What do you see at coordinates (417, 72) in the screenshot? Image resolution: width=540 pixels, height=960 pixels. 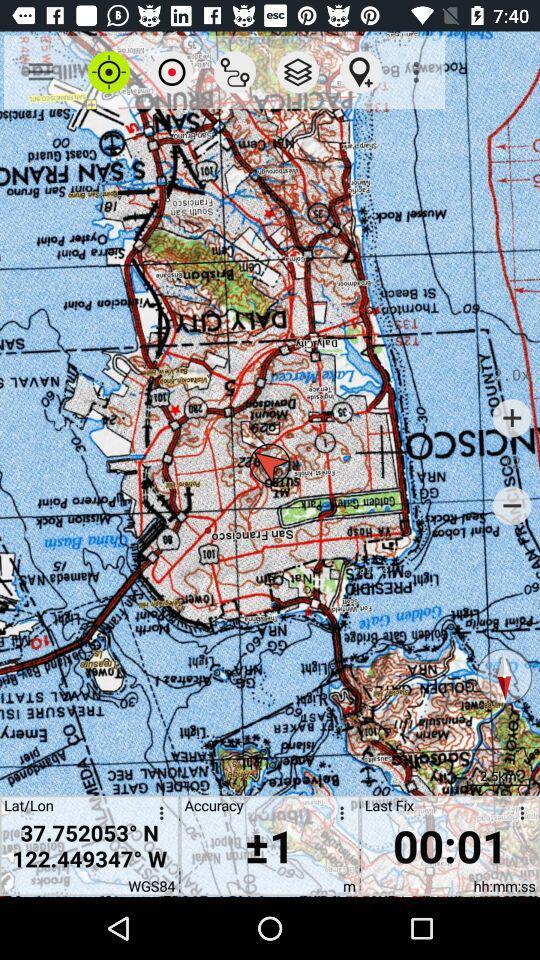 I see `the icon above last fix icon` at bounding box center [417, 72].